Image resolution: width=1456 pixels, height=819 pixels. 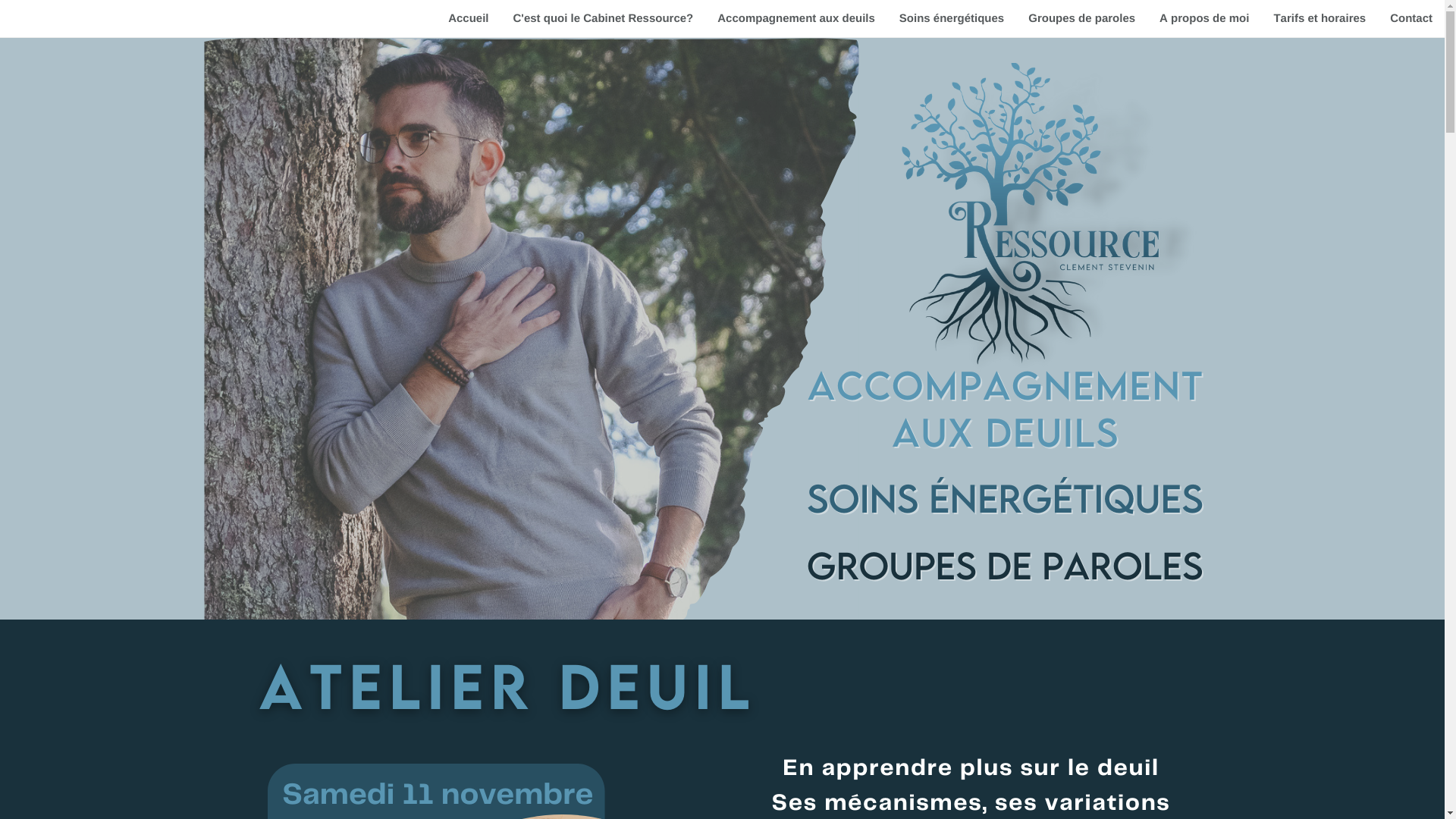 I want to click on 'Accueil', so click(x=467, y=18).